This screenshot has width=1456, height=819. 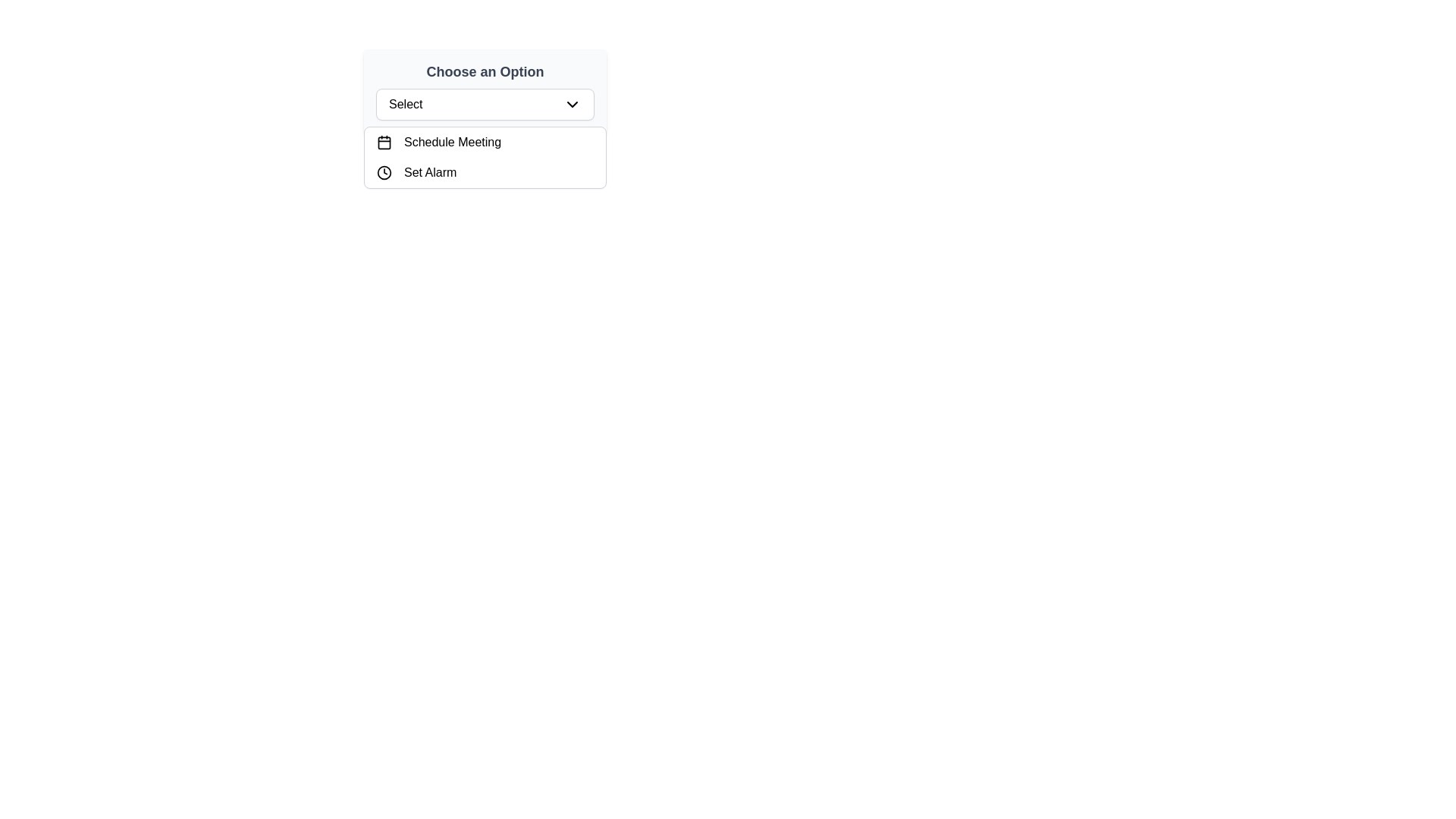 I want to click on the 'Schedule Meeting' text label located in the menu below the 'Select' dropdown button, so click(x=452, y=143).